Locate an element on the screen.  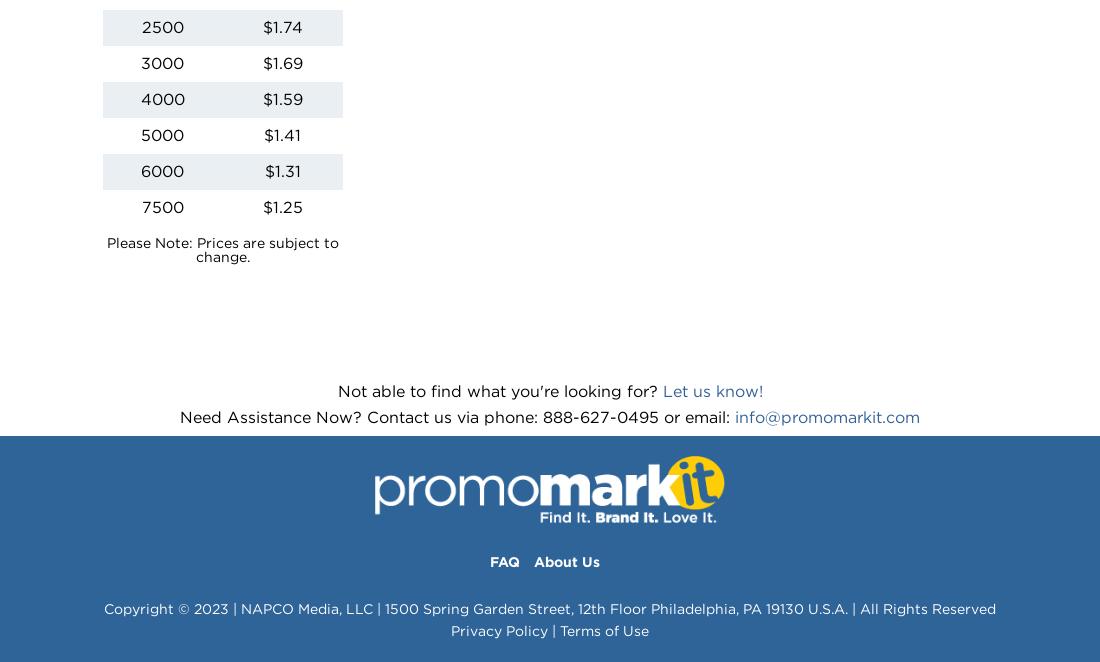
'Terms of Use' is located at coordinates (603, 630).